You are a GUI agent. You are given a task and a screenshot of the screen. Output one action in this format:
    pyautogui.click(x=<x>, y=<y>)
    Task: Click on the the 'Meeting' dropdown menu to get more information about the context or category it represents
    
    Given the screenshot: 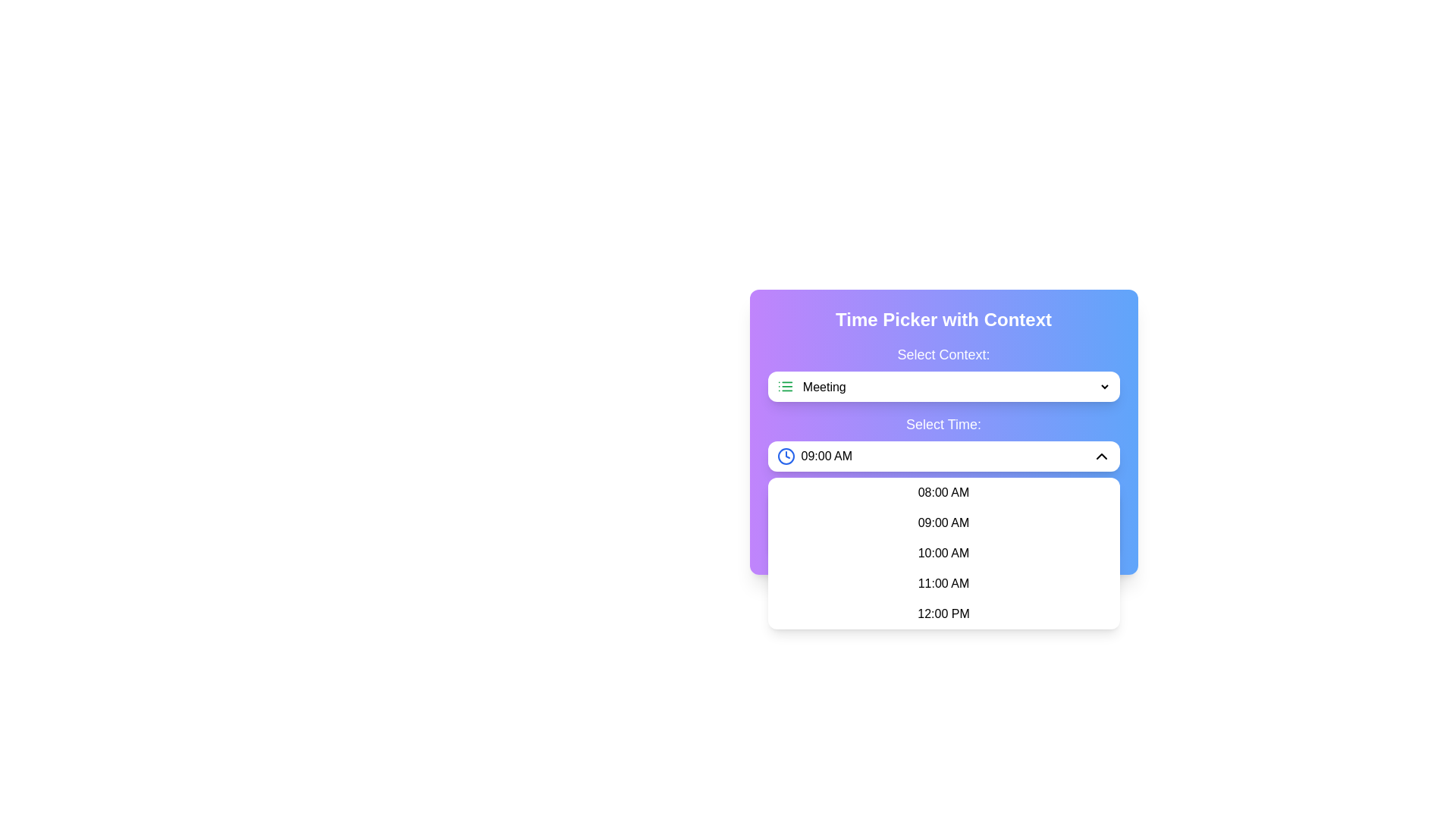 What is the action you would take?
    pyautogui.click(x=943, y=373)
    